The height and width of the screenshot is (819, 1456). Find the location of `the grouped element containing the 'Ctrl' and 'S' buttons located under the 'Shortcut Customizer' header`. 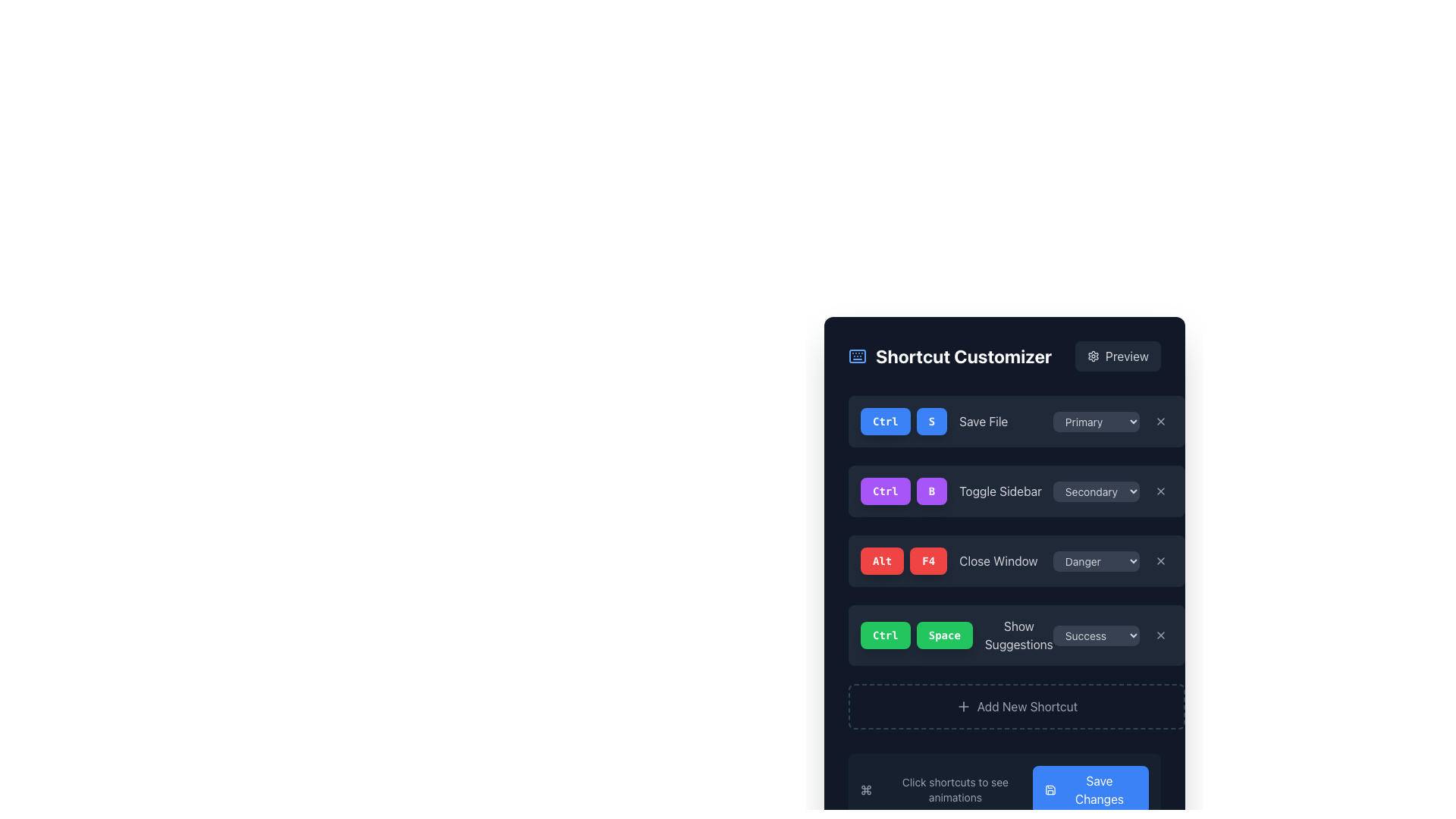

the grouped element containing the 'Ctrl' and 'S' buttons located under the 'Shortcut Customizer' header is located at coordinates (904, 421).